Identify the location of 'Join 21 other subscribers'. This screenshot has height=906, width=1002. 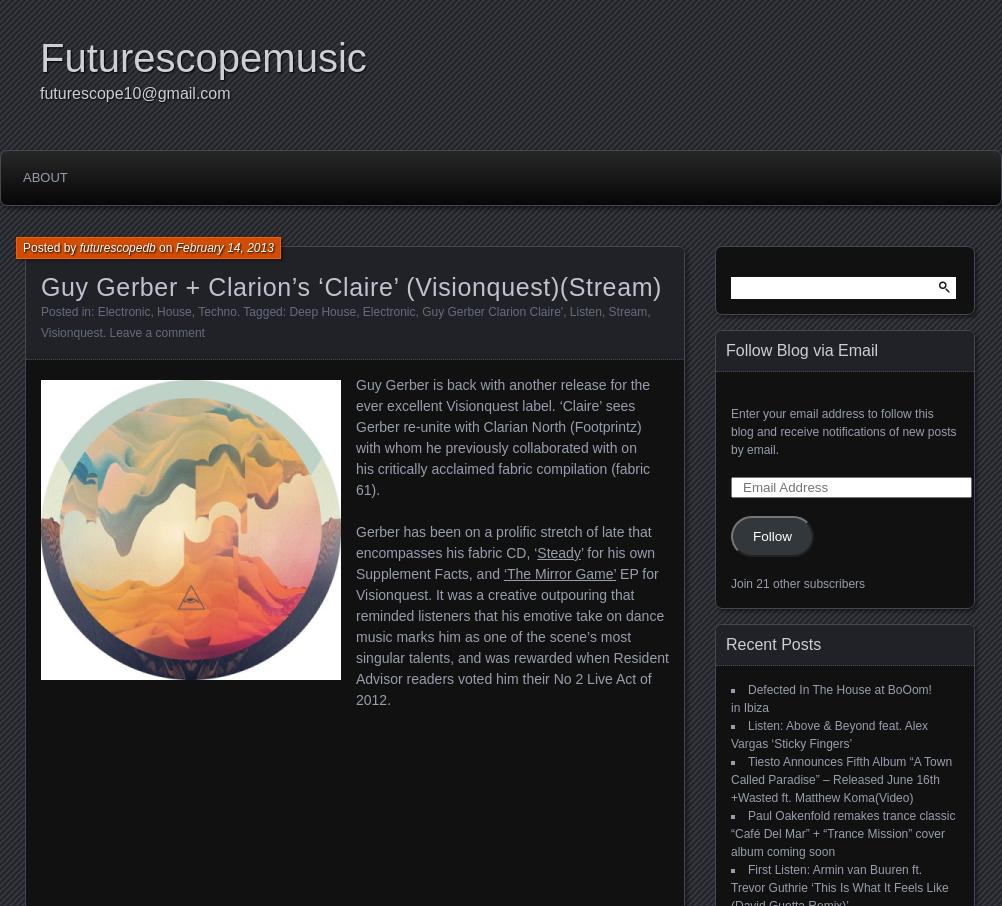
(796, 583).